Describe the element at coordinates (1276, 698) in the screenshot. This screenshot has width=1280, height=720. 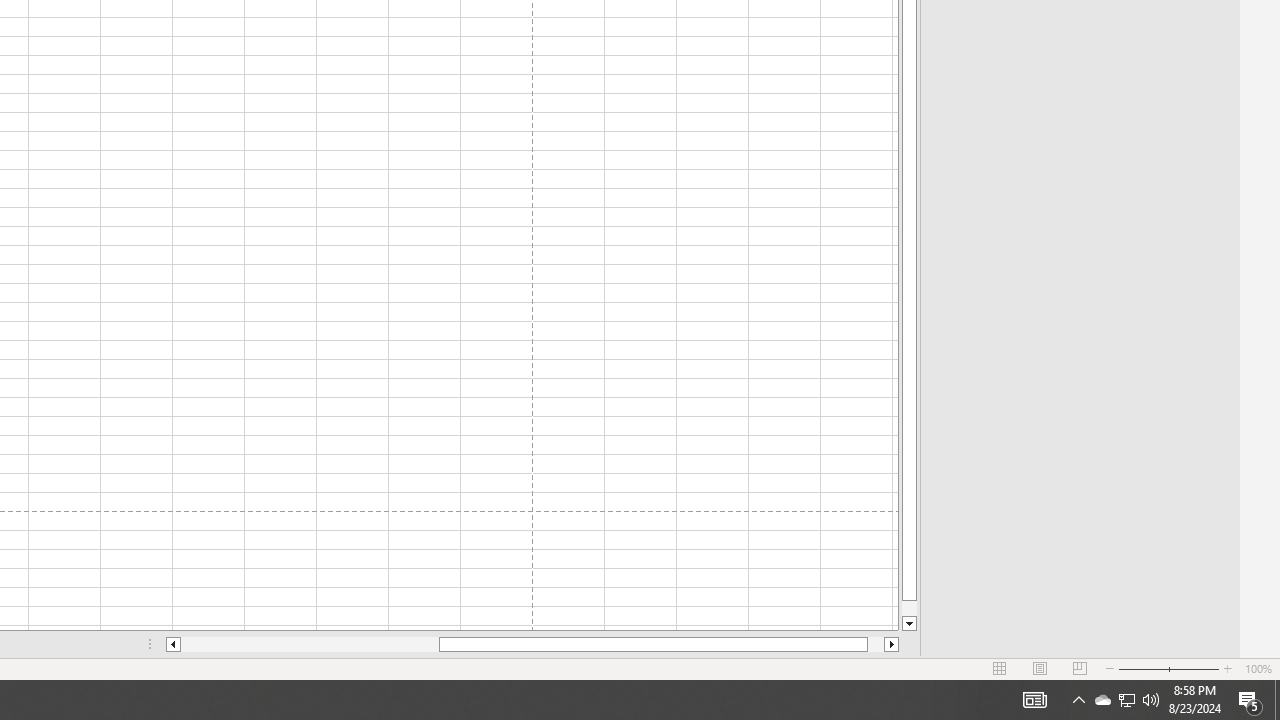
I see `'Show desktop'` at that location.